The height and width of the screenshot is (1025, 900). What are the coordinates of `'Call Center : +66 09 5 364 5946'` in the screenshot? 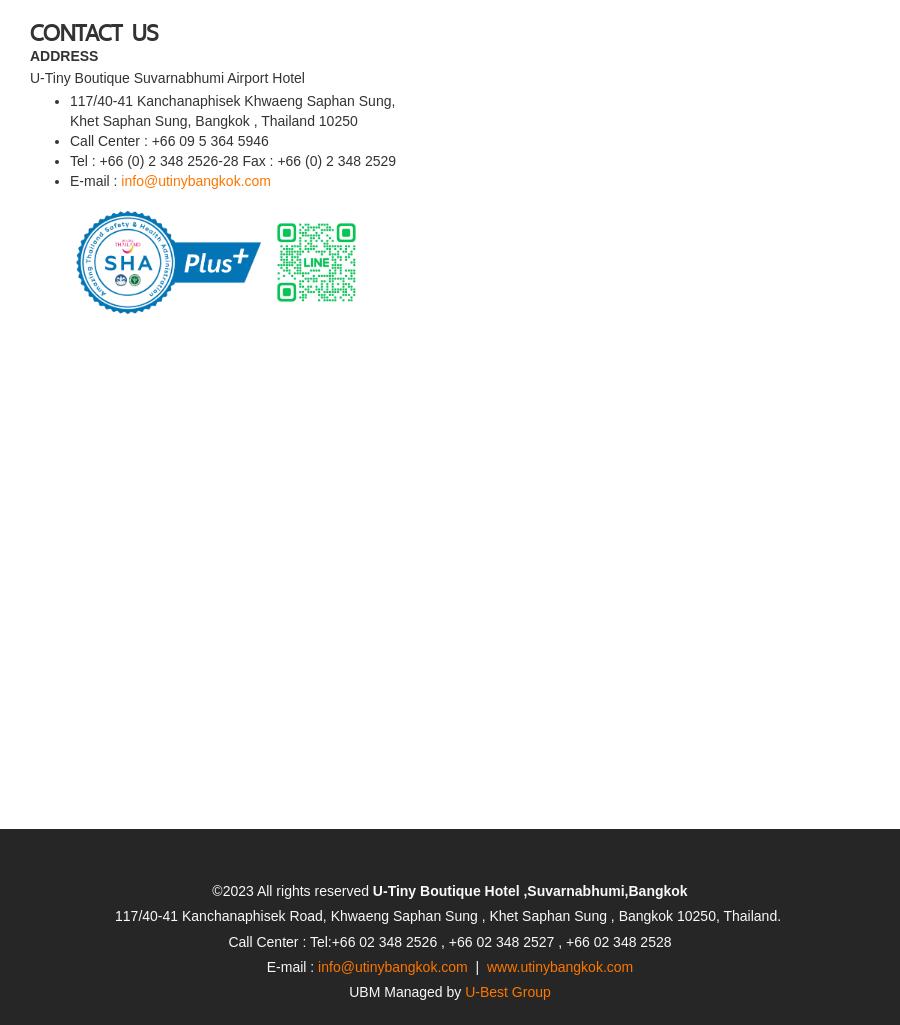 It's located at (171, 83).